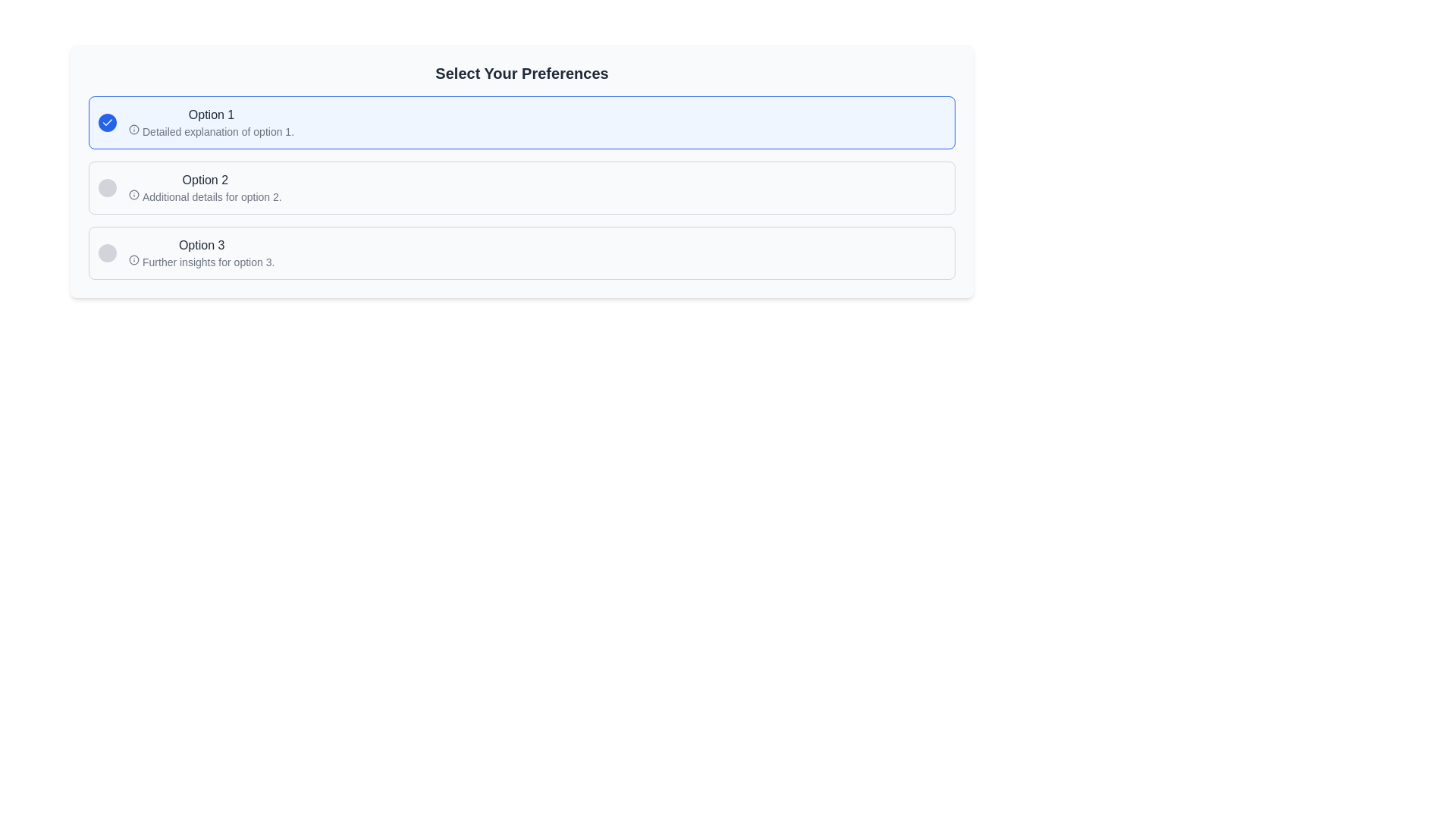 The image size is (1456, 819). Describe the element at coordinates (134, 259) in the screenshot. I see `the Info Icon located before the descriptive text of 'Option 3', which serves as an indicator for supplementary information` at that location.